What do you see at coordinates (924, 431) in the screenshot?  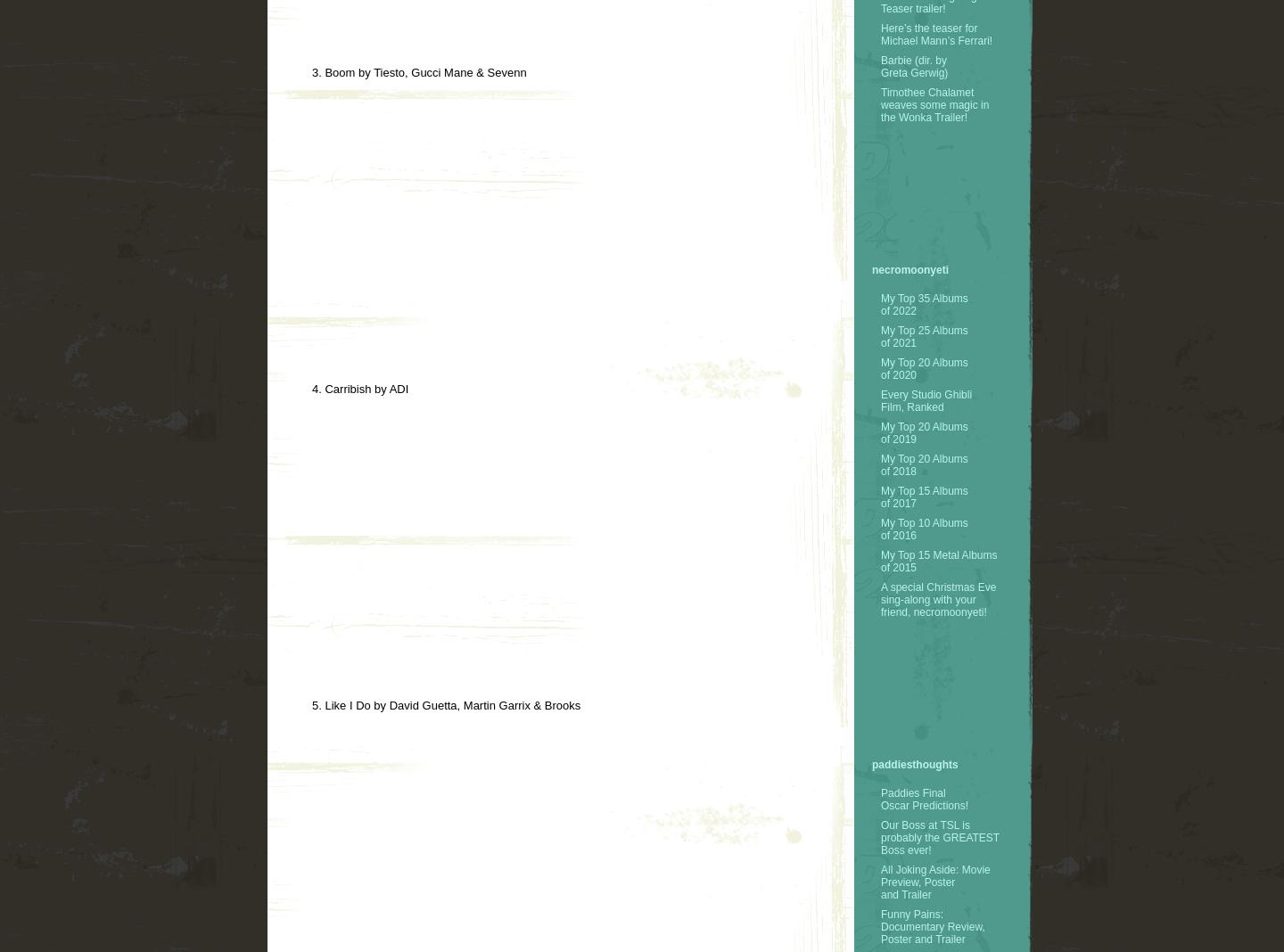 I see `'My Top 20 Albums of 2019'` at bounding box center [924, 431].